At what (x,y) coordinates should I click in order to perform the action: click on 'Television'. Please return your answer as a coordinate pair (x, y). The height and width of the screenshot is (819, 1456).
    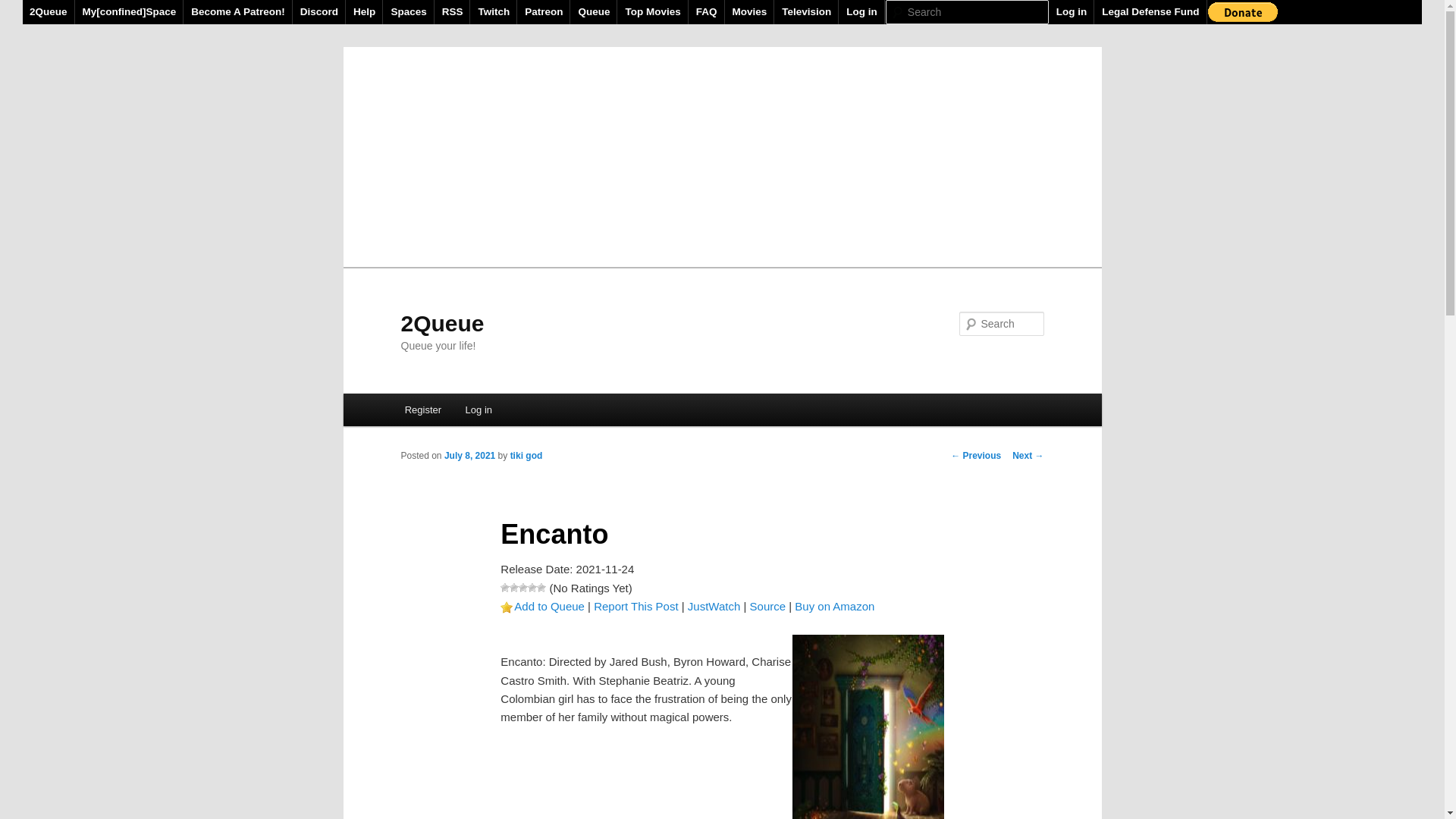
    Looking at the image, I should click on (806, 11).